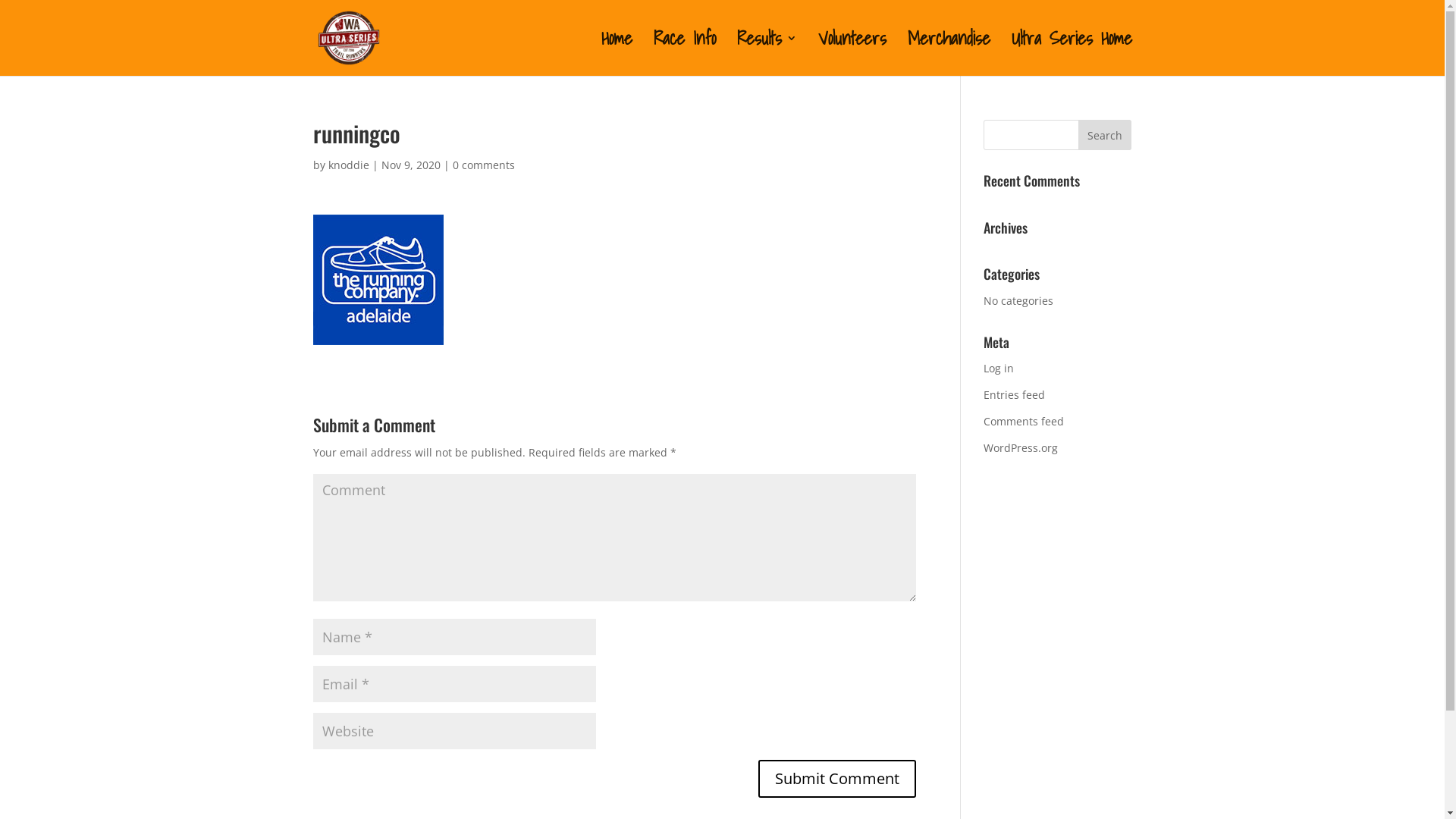 This screenshot has width=1456, height=819. I want to click on 'WordPress.org', so click(1020, 447).